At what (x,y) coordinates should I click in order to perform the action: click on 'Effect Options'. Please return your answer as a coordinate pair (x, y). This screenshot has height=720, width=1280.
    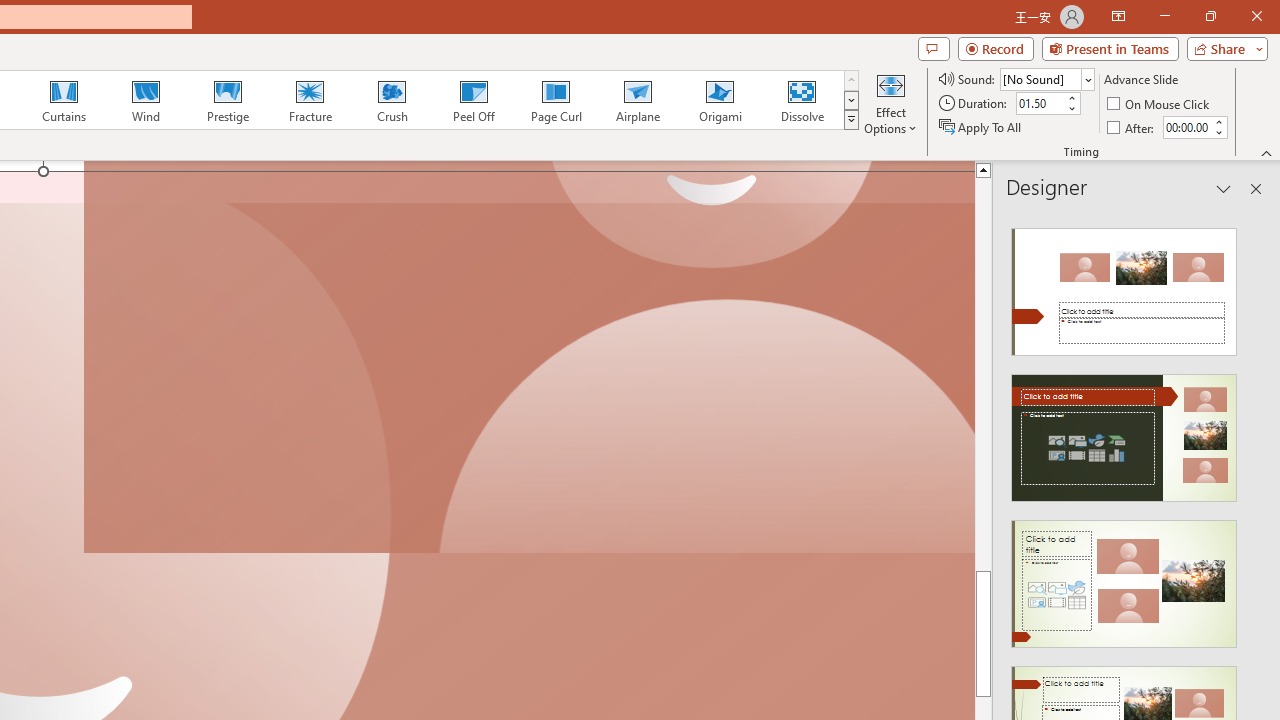
    Looking at the image, I should click on (889, 103).